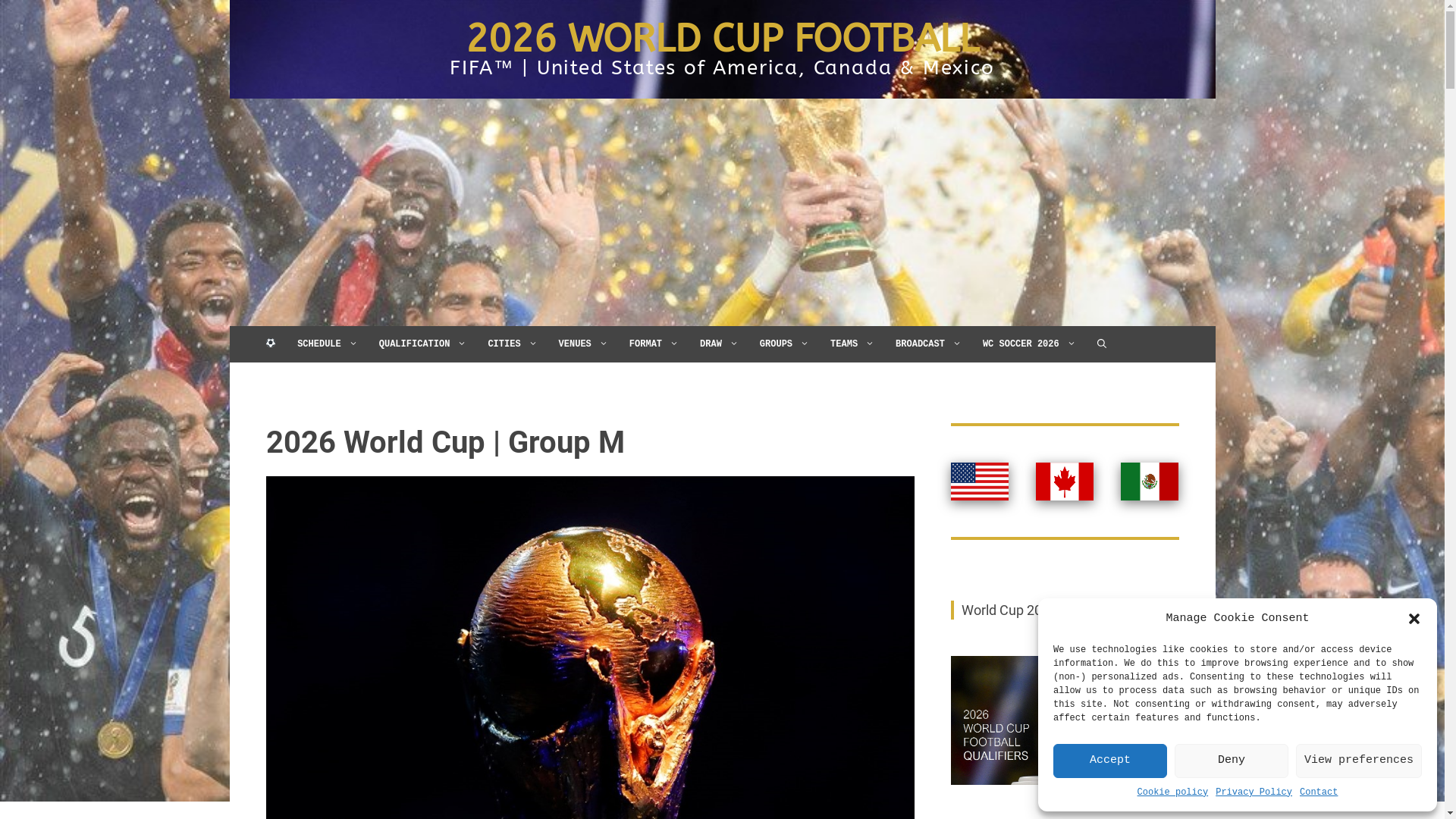 The image size is (1456, 819). I want to click on 'VENUES', so click(582, 344).